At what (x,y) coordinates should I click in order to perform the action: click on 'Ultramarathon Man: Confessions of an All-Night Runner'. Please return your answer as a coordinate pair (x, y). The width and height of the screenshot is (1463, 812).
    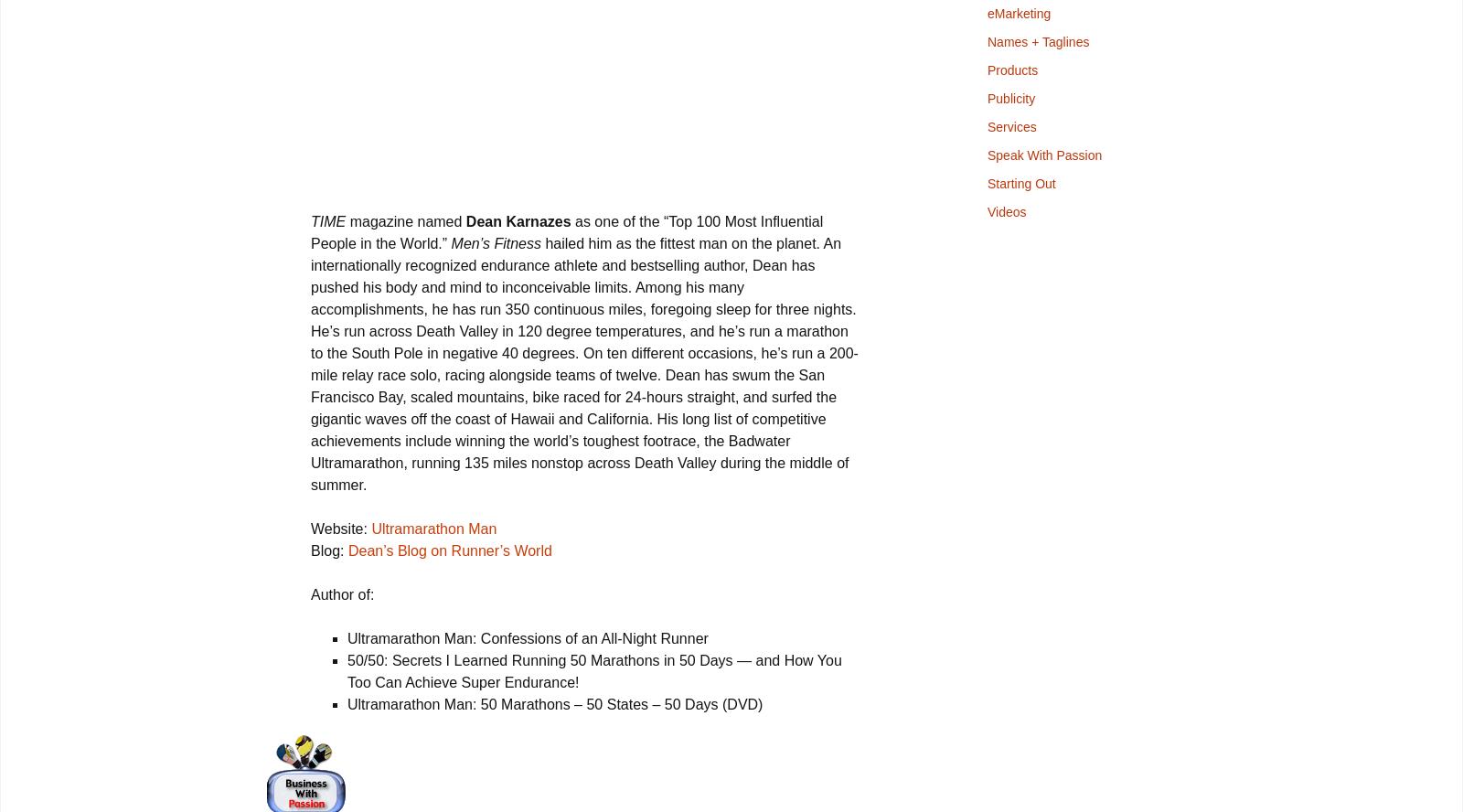
    Looking at the image, I should click on (526, 638).